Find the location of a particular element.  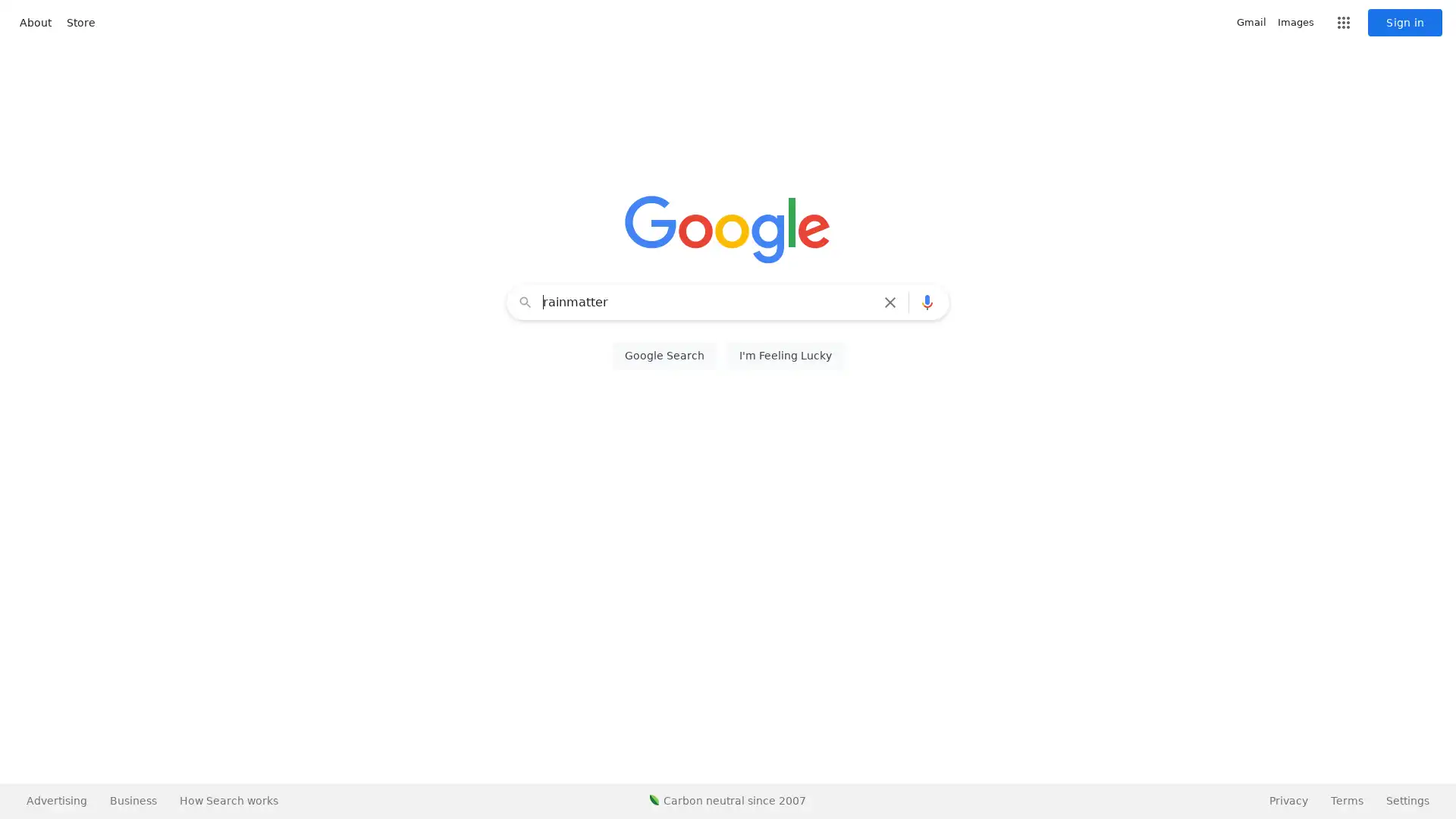

Clear is located at coordinates (890, 302).